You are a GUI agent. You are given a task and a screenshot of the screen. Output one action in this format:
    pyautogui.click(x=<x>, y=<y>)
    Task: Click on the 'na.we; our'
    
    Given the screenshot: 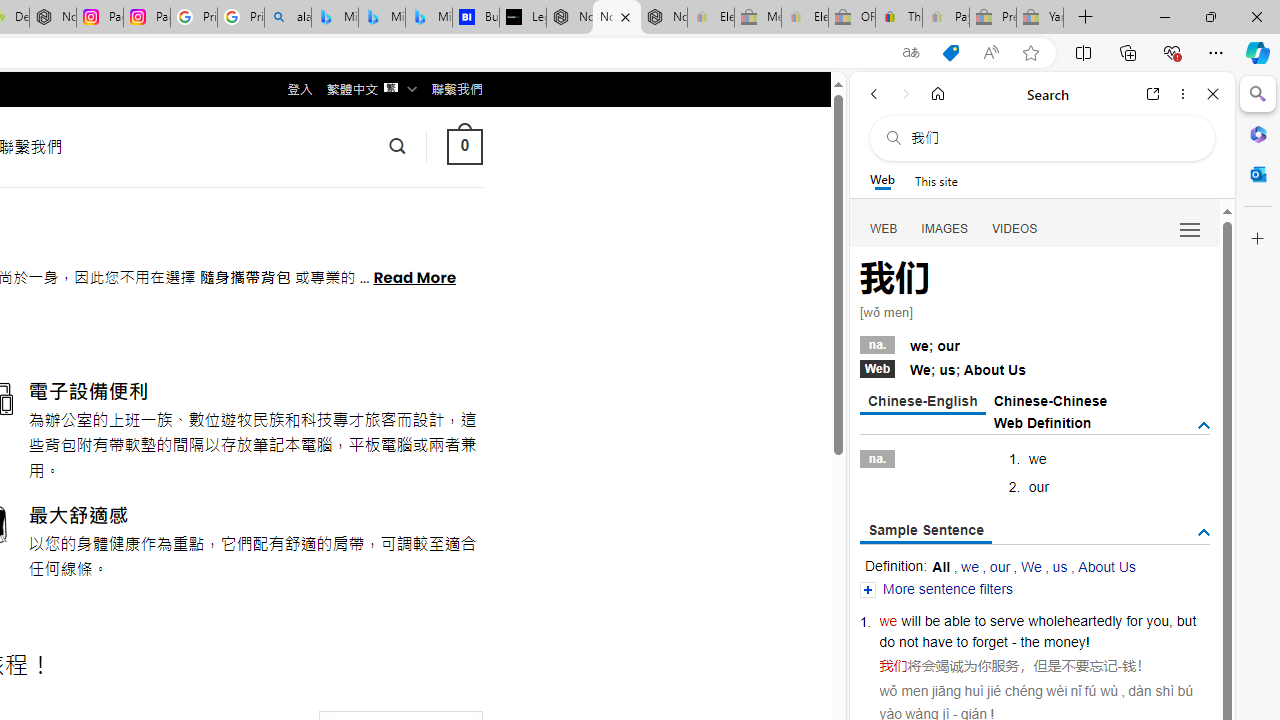 What is the action you would take?
    pyautogui.click(x=1034, y=342)
    